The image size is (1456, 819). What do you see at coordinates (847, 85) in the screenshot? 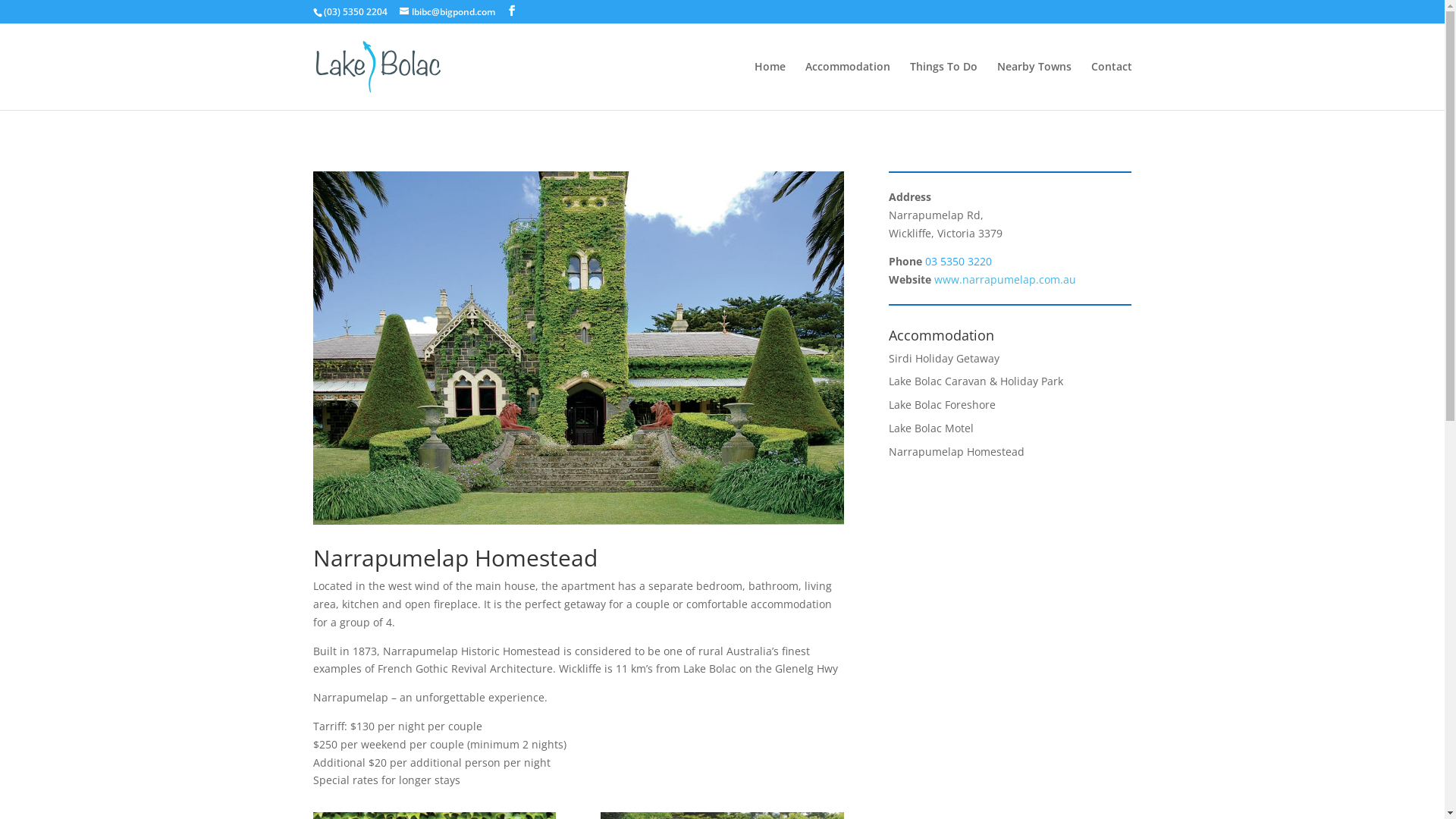
I see `'Accommodation'` at bounding box center [847, 85].